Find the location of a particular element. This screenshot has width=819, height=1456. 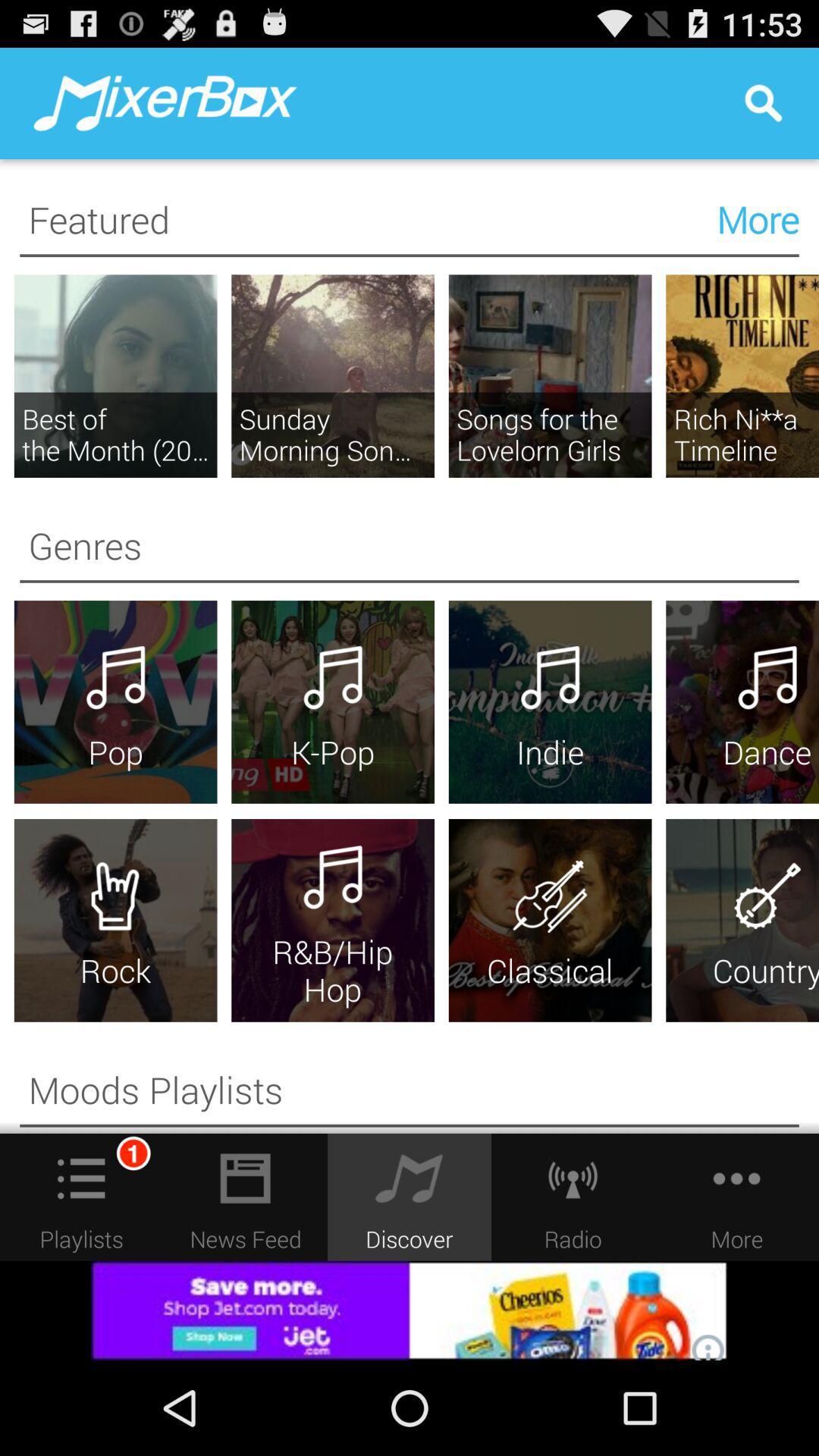

advertisement is located at coordinates (409, 1310).